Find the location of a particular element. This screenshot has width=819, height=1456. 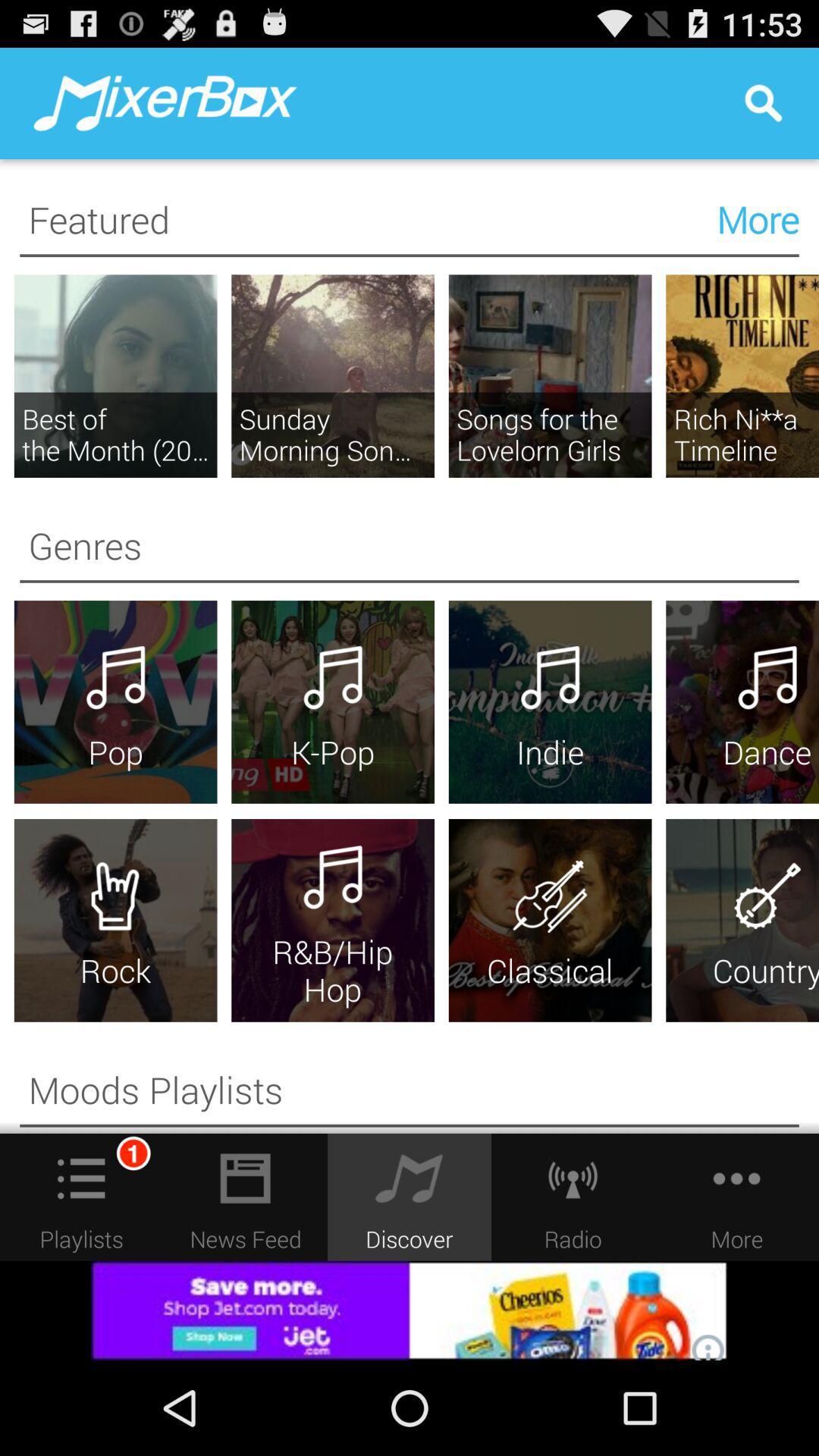

advertisement is located at coordinates (409, 1310).